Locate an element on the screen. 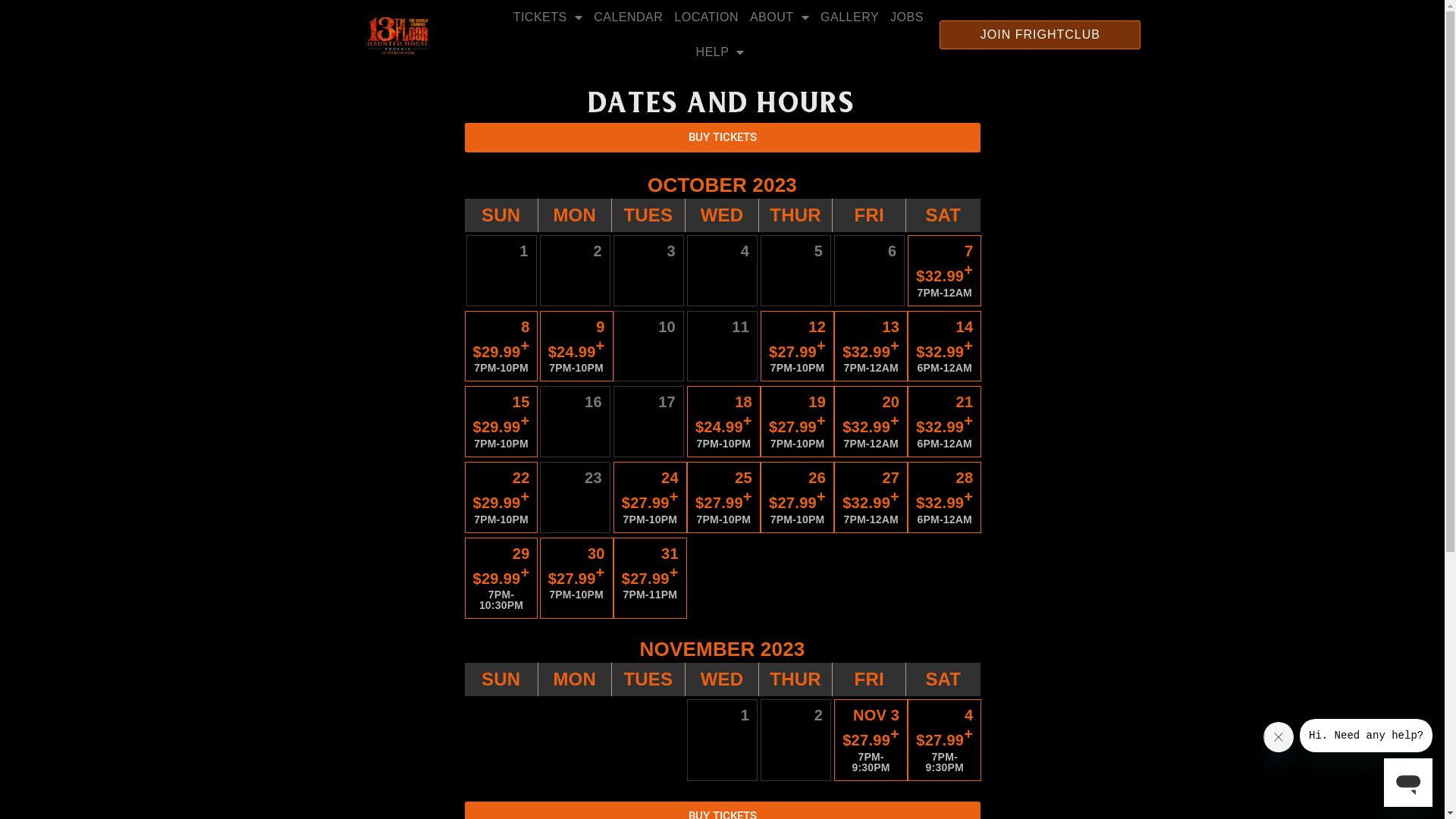 The image size is (1456, 819). 'JOIN FRIGHTCLUB' is located at coordinates (1039, 34).